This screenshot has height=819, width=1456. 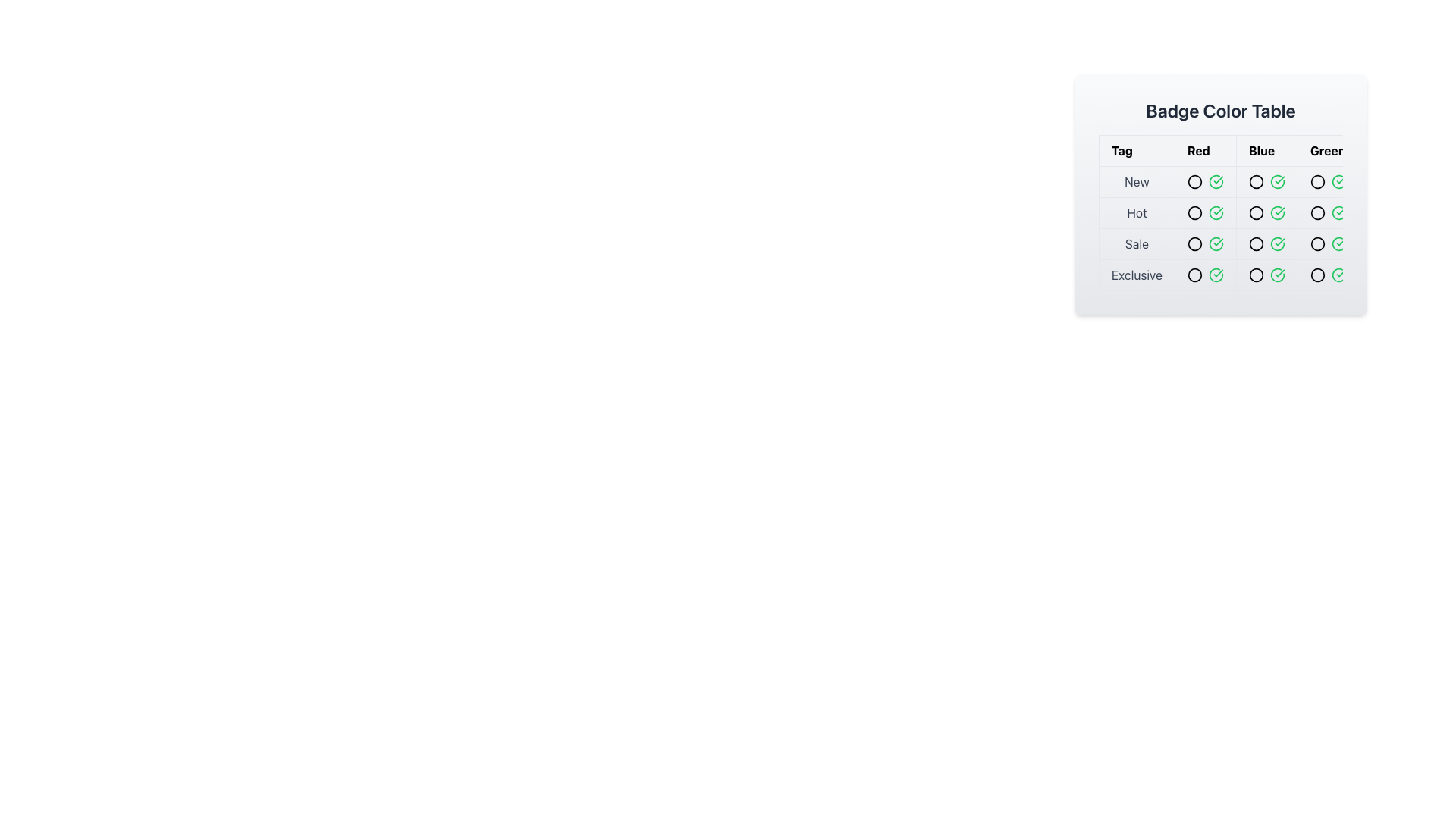 What do you see at coordinates (1204, 180) in the screenshot?
I see `the graphical icon indicating the status for the 'New' row in the 'Red' column of the 'Badge Color Table'` at bounding box center [1204, 180].